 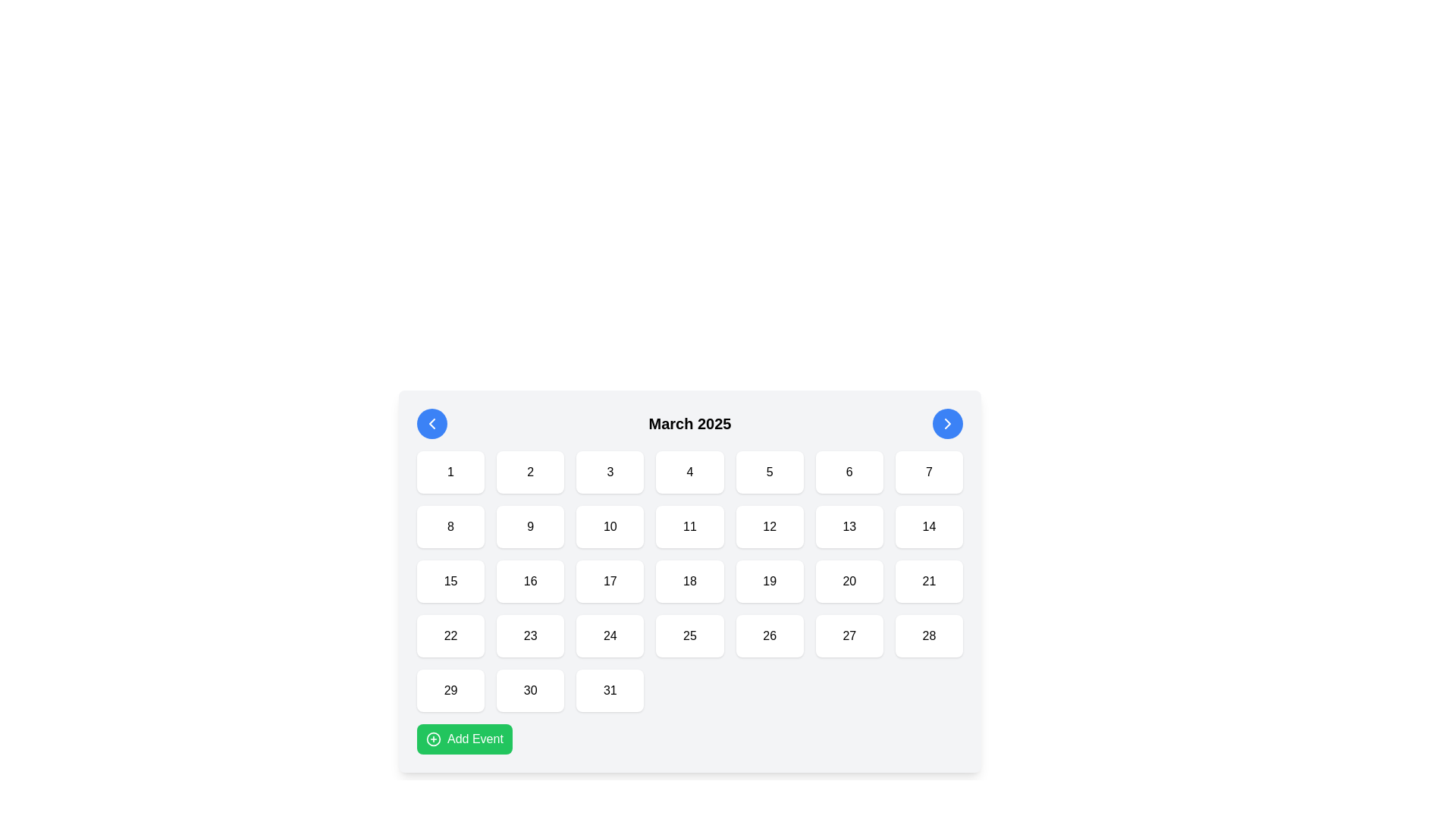 What do you see at coordinates (946, 424) in the screenshot?
I see `the navigation button located at the far-right end of the top section of the calendar display` at bounding box center [946, 424].